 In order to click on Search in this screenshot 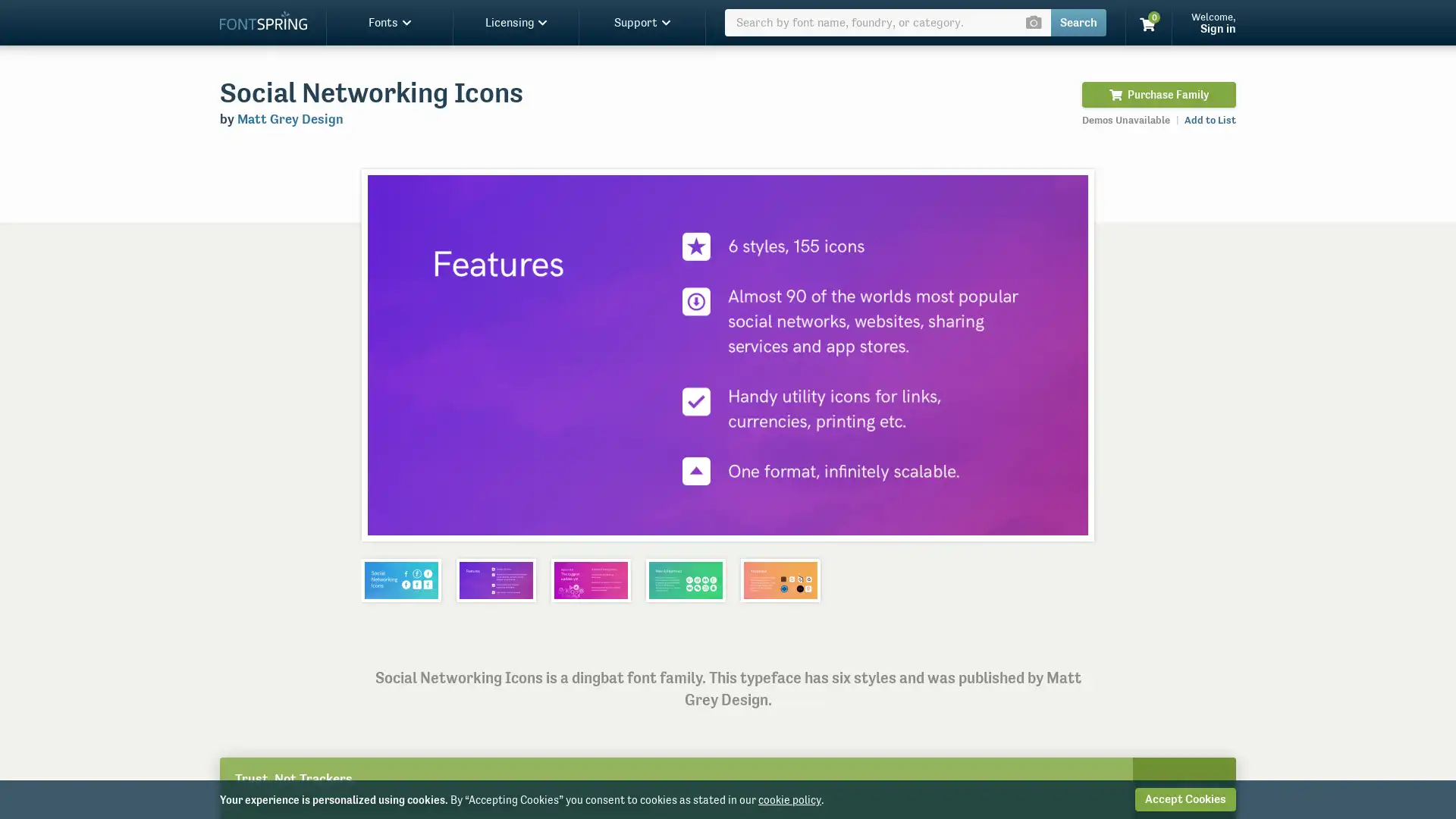, I will do `click(1078, 23)`.